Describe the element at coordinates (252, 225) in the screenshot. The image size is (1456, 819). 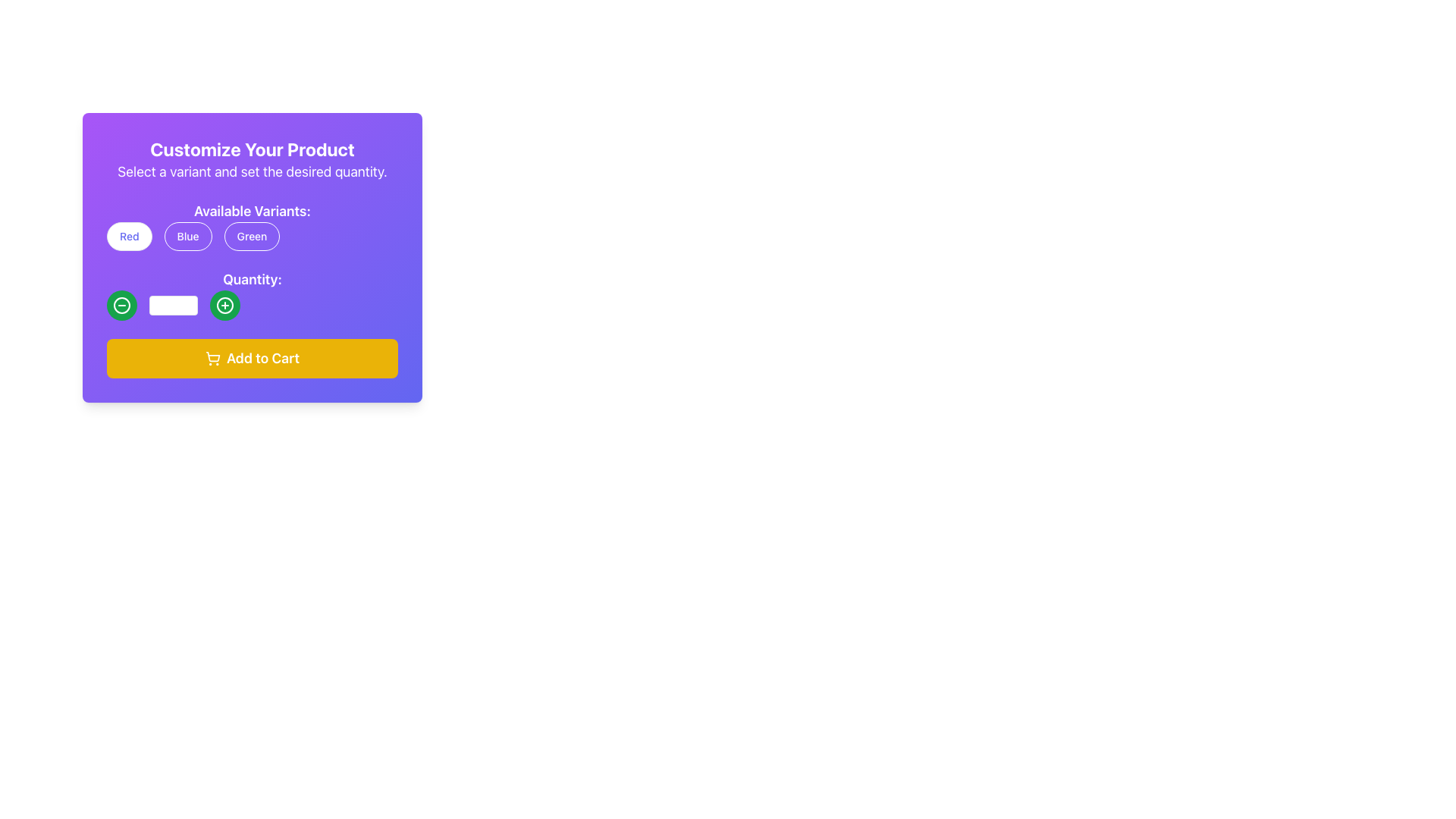
I see `the Option Selector button located within the 'Available Variants:' section on the gradient purple card titled 'Customize Your Product'` at that location.